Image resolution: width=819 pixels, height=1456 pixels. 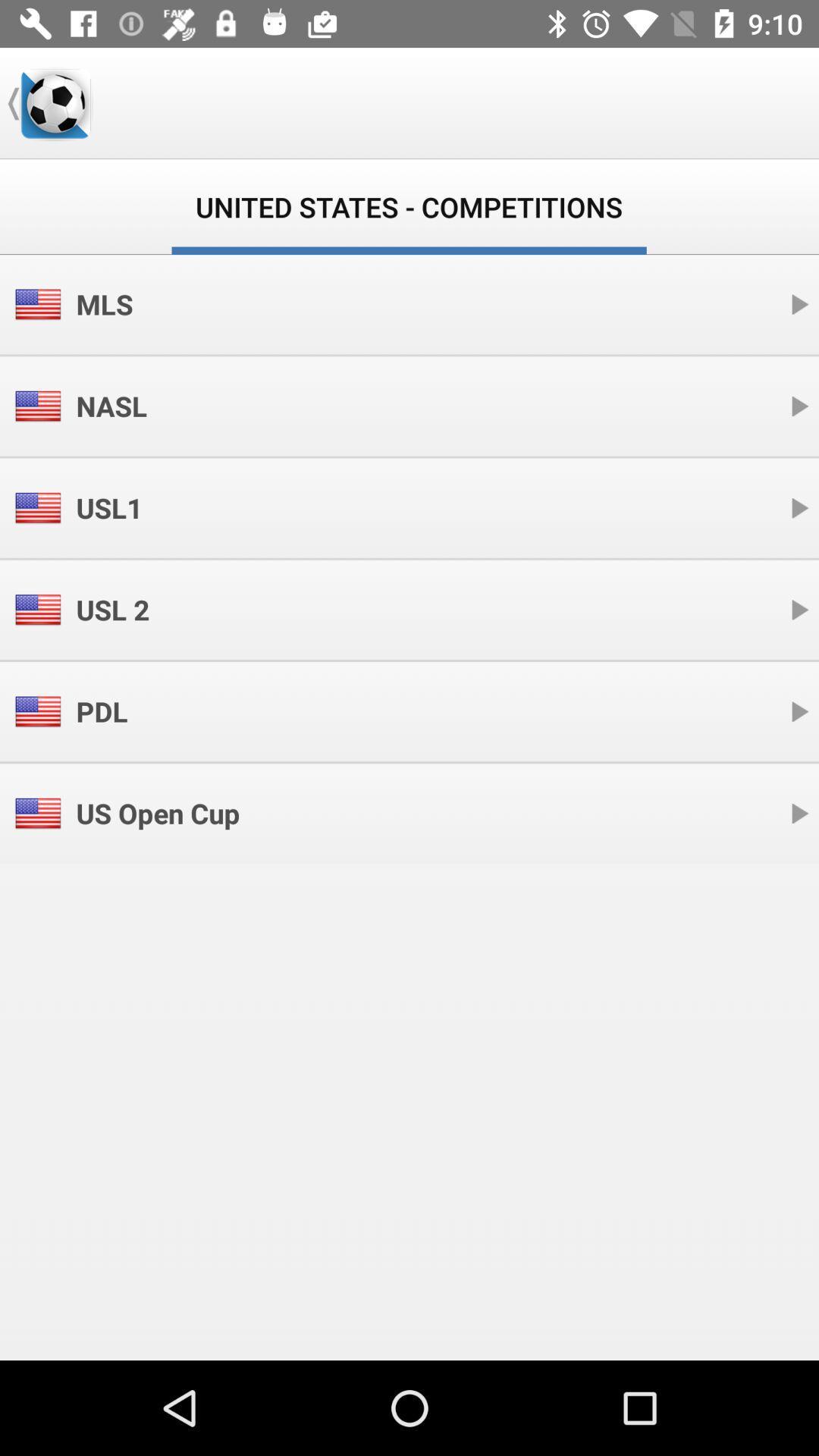 I want to click on the mls, so click(x=104, y=303).